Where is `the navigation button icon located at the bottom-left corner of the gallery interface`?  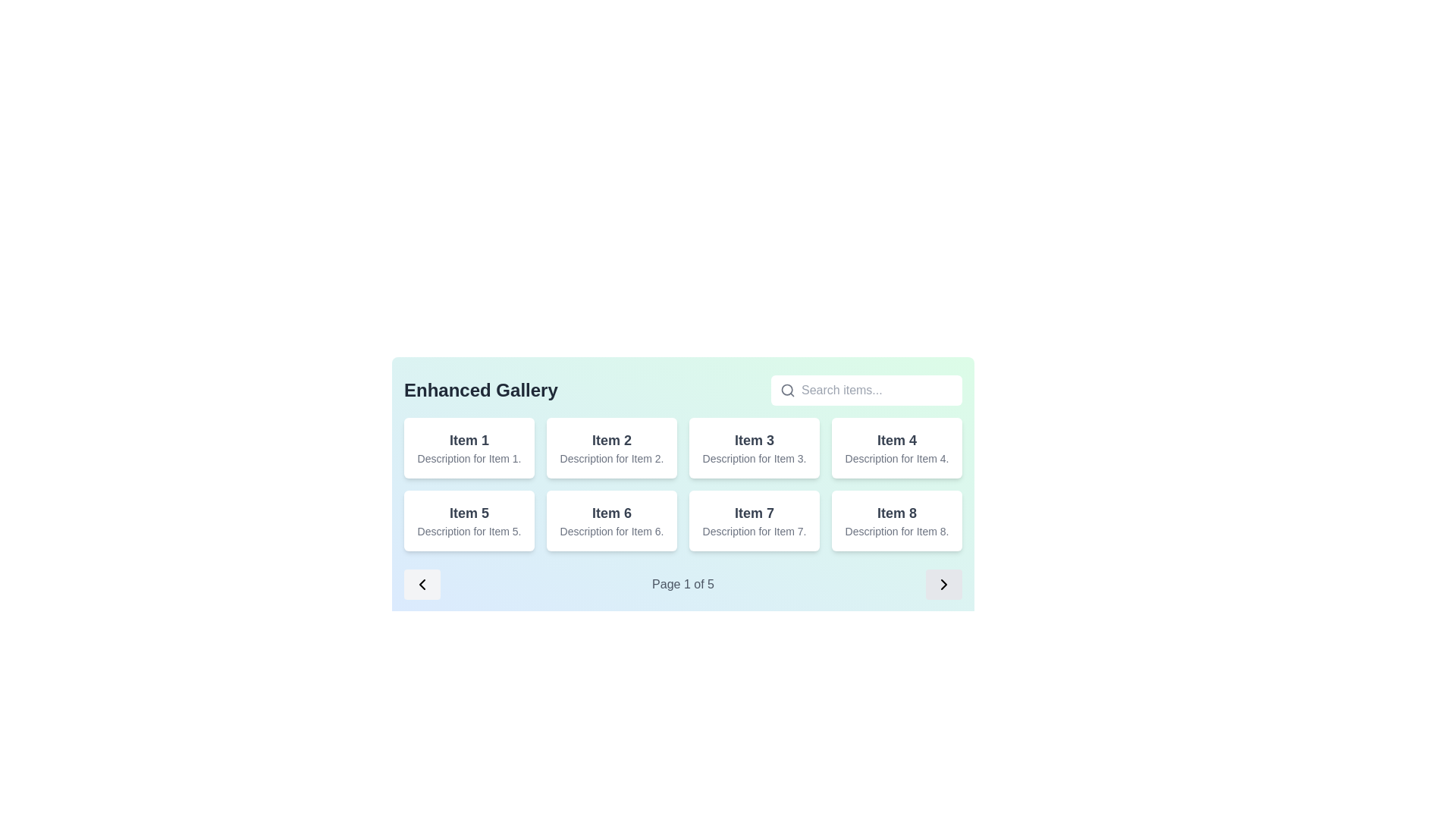 the navigation button icon located at the bottom-left corner of the gallery interface is located at coordinates (422, 584).